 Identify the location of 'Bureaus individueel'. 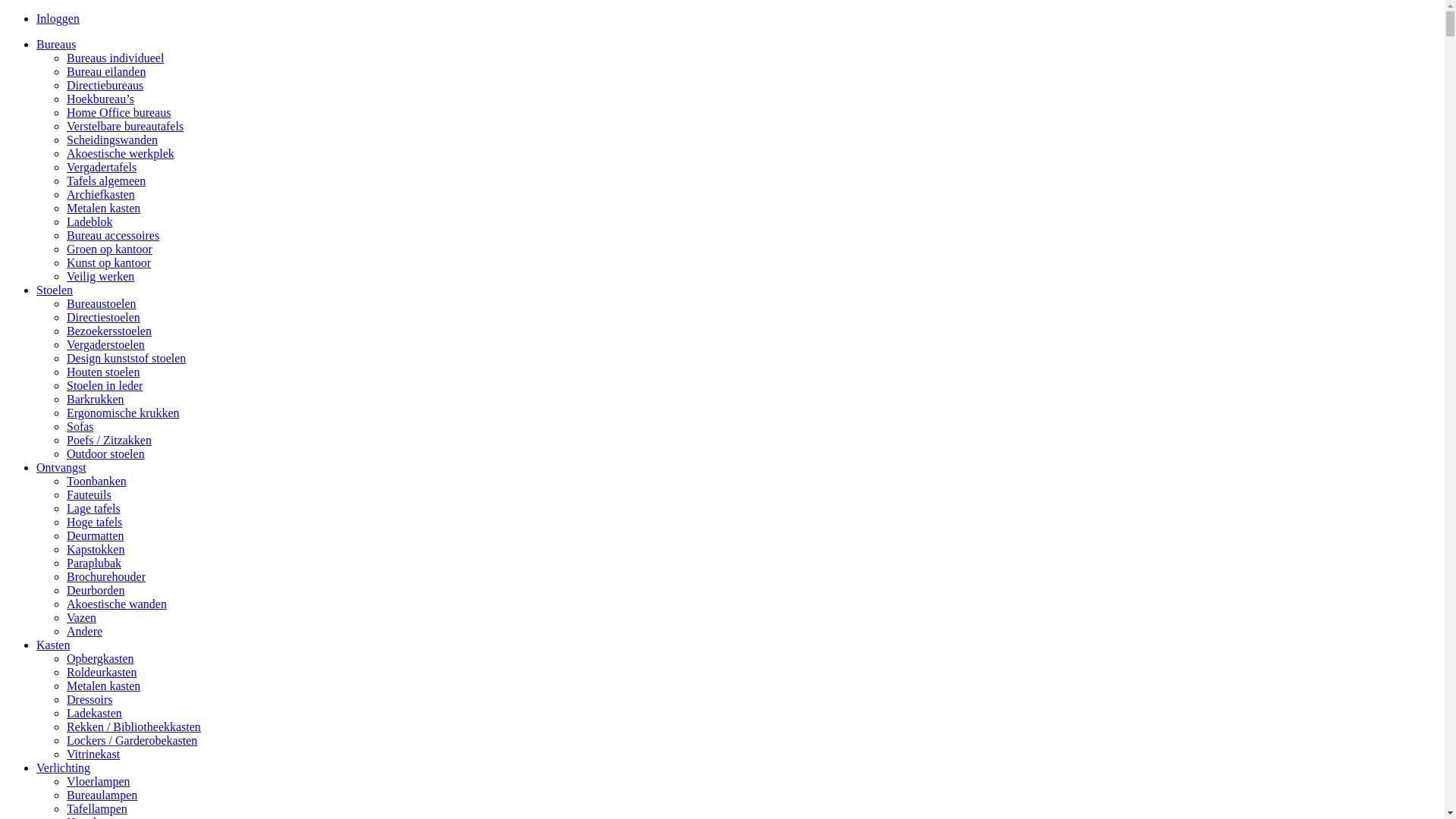
(115, 57).